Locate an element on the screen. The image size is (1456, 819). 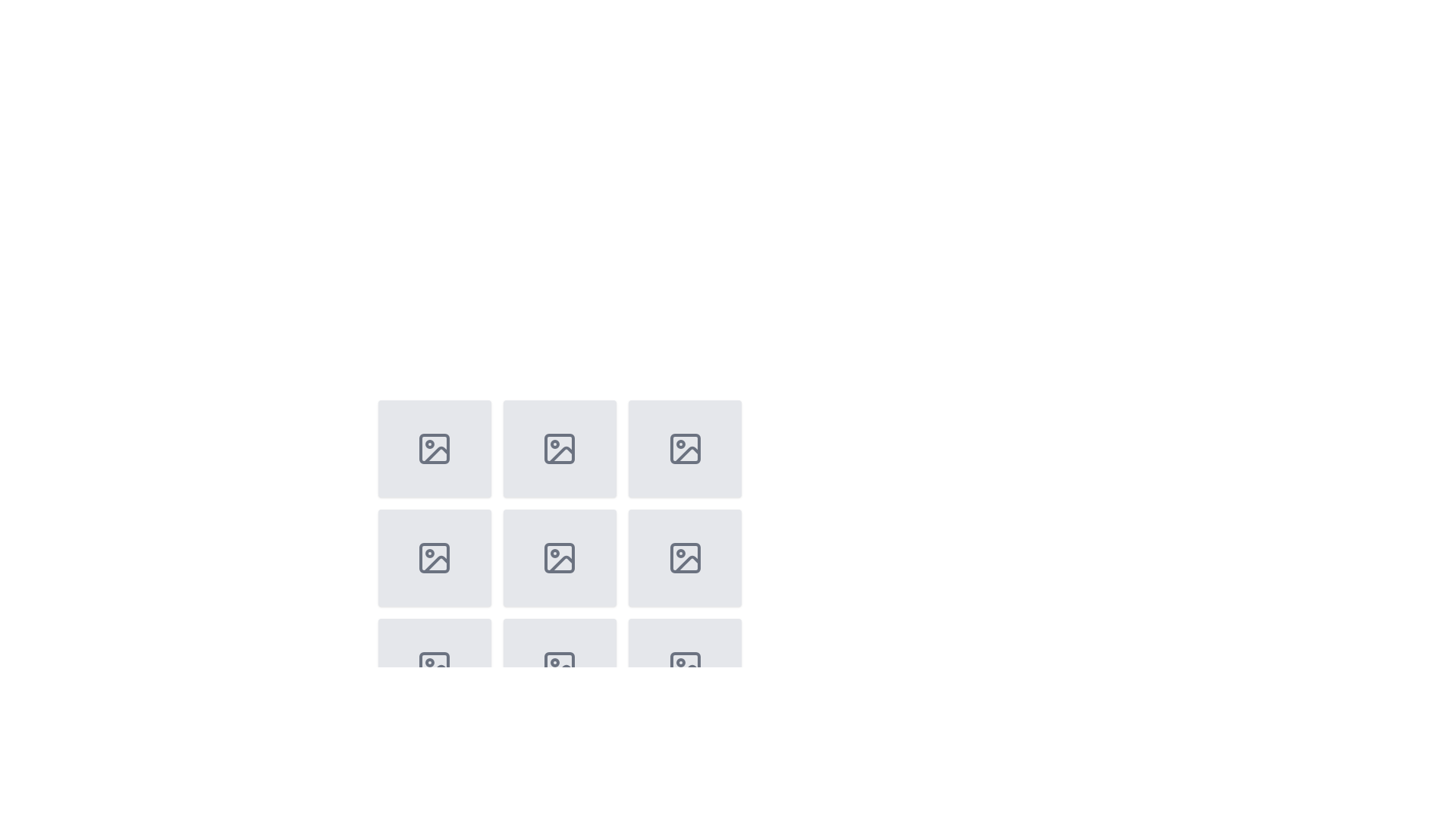
the interactive button-like area represented by a light gray rectangle with rounded corners within the SVG landscape image icon located in the top-left cell of a 3x3 grid layout is located at coordinates (434, 447).